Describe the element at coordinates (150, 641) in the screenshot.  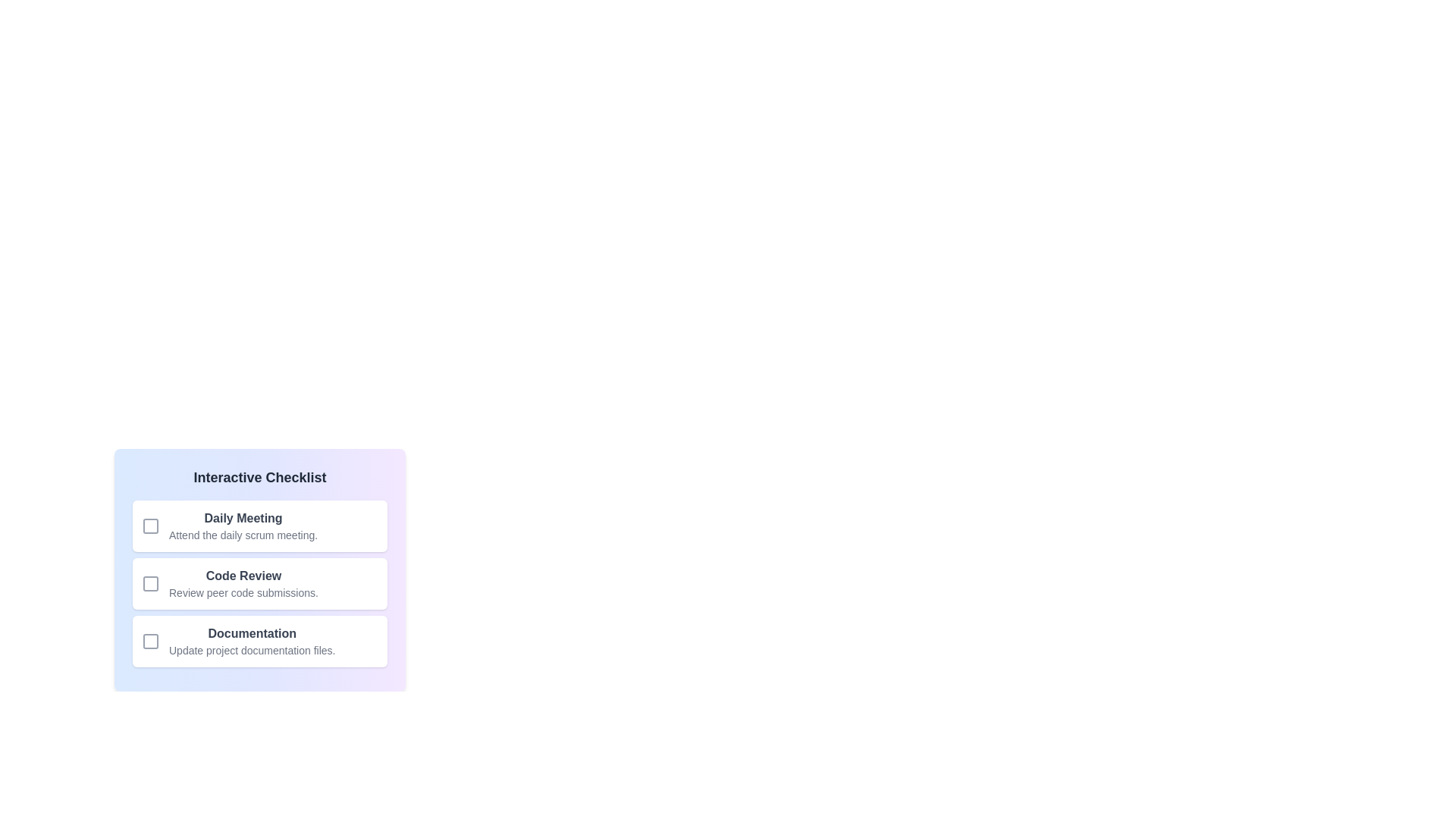
I see `the checkbox located to the left of the label 'Documentation' within the third entry of the checklist` at that location.